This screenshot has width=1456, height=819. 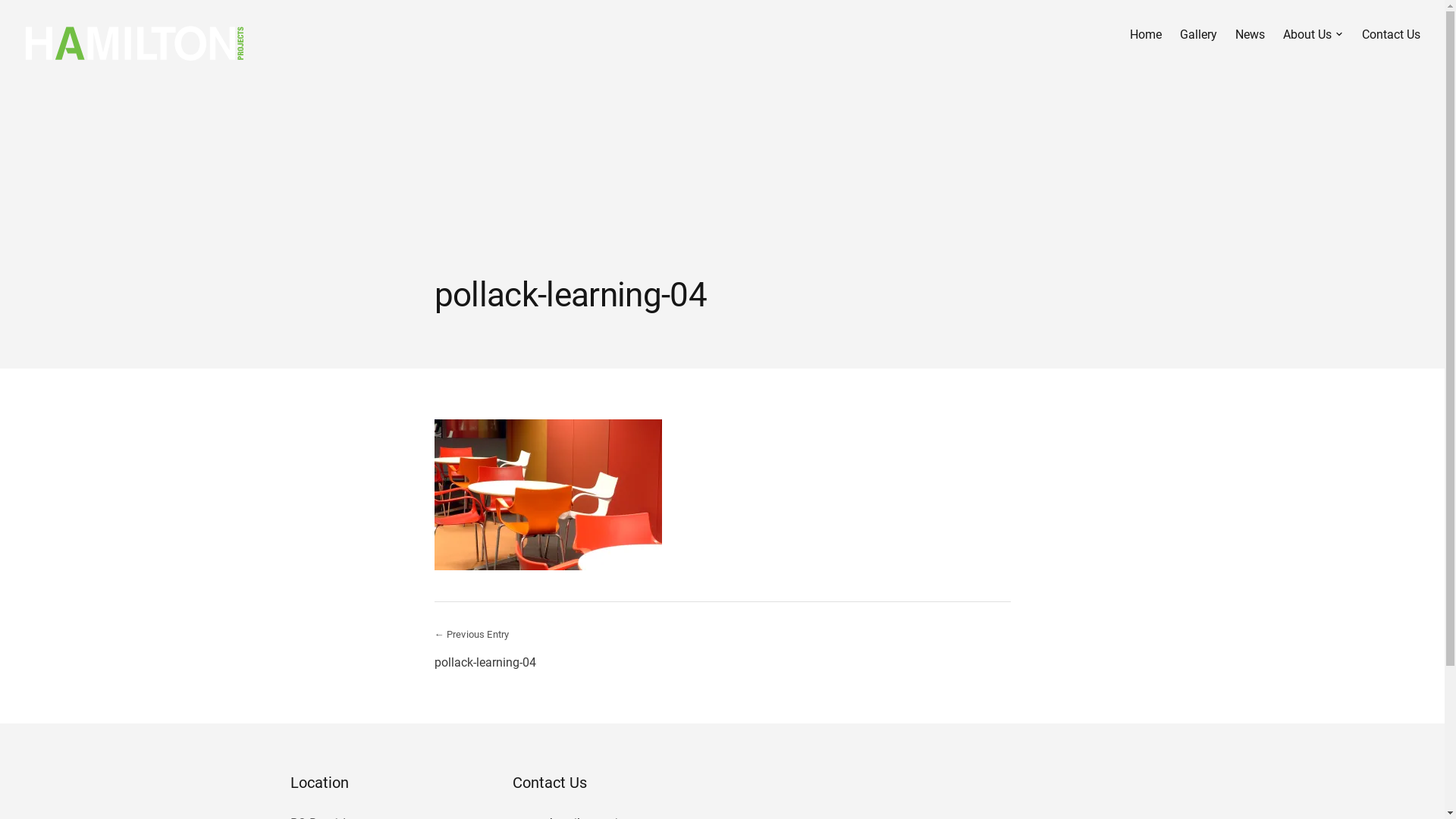 I want to click on 'Previous Entry, so click(x=432, y=648).